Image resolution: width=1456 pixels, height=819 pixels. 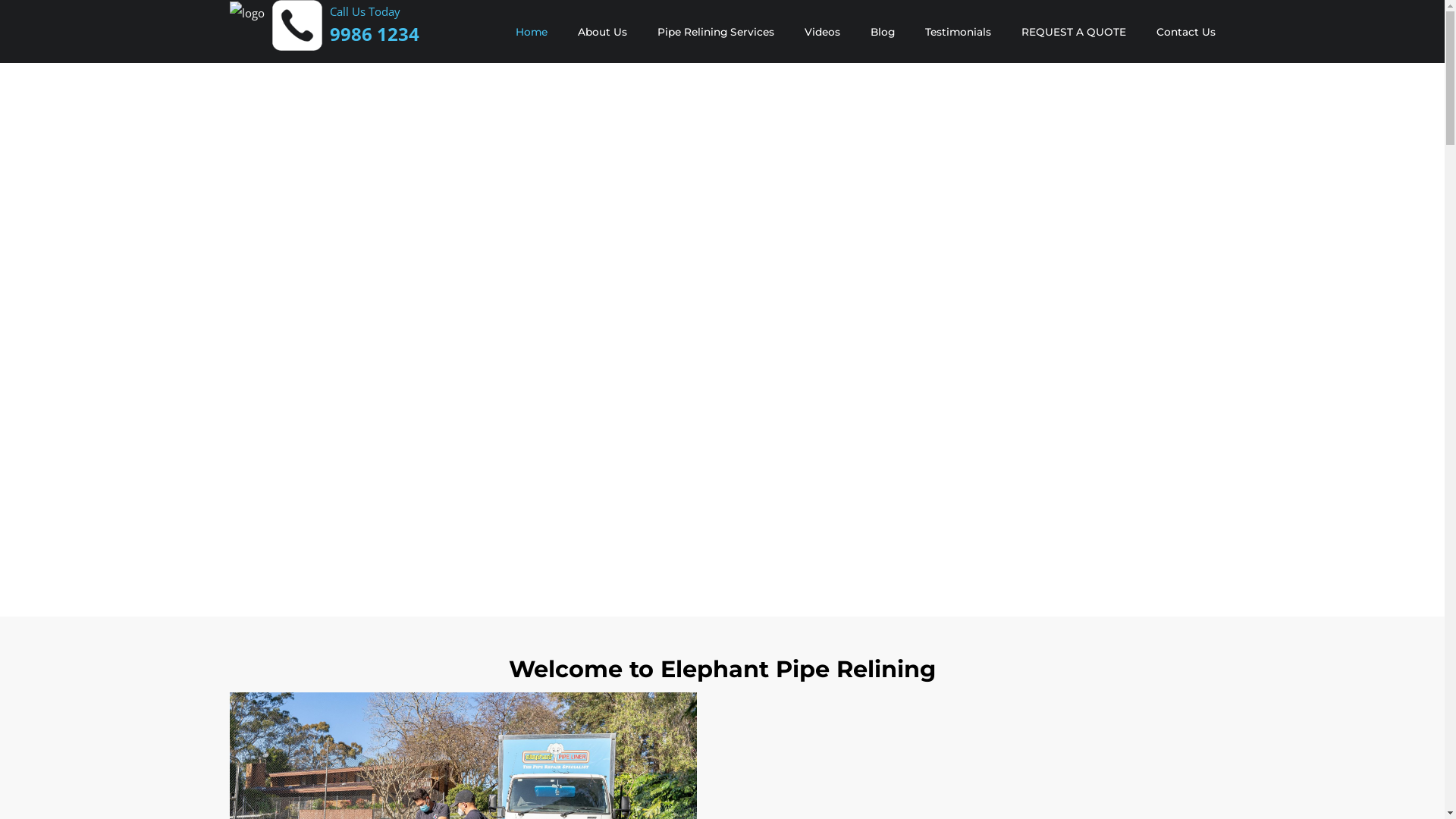 What do you see at coordinates (882, 32) in the screenshot?
I see `'Blog'` at bounding box center [882, 32].